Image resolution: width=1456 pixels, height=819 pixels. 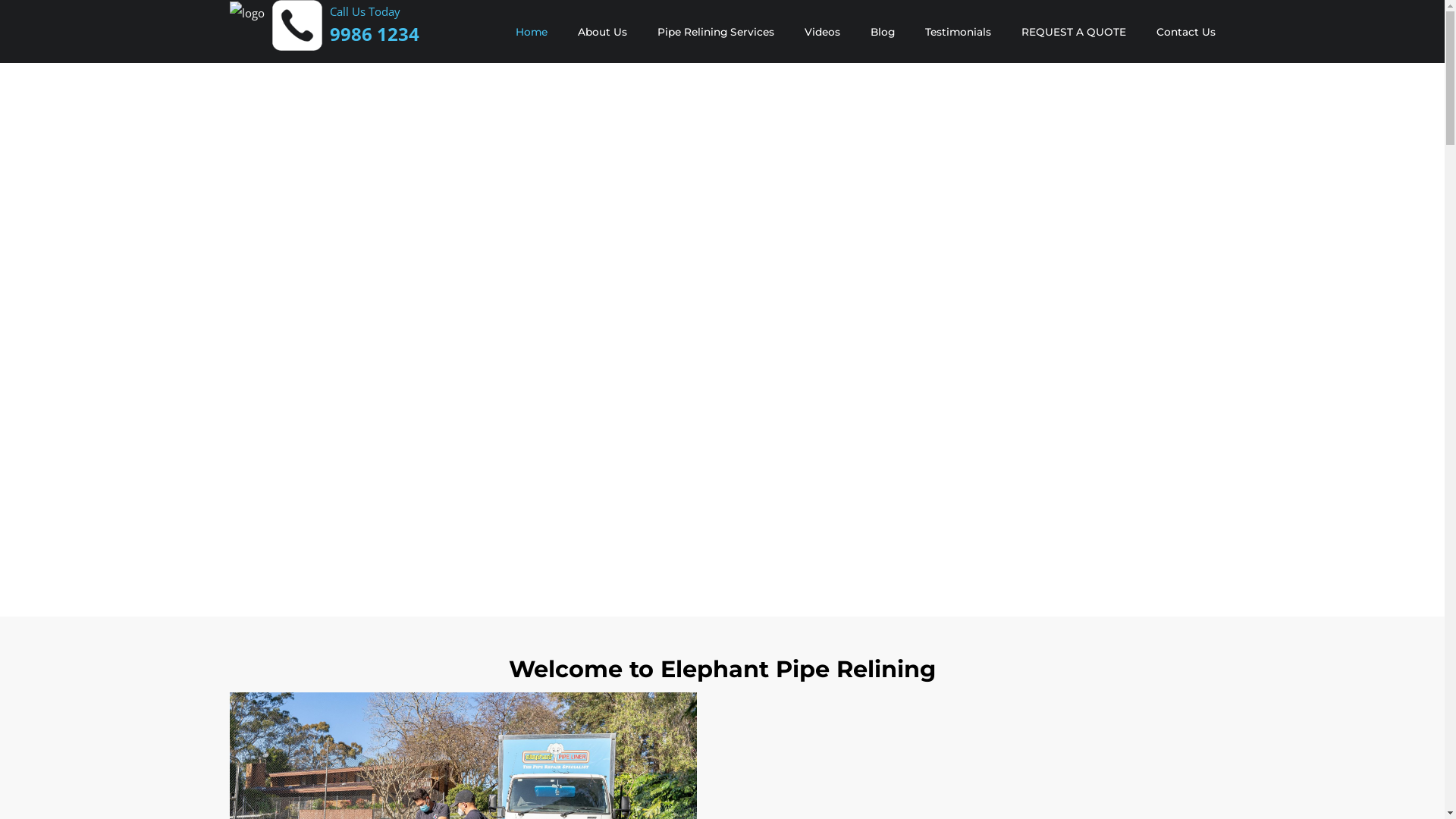 What do you see at coordinates (882, 32) in the screenshot?
I see `'Blog'` at bounding box center [882, 32].